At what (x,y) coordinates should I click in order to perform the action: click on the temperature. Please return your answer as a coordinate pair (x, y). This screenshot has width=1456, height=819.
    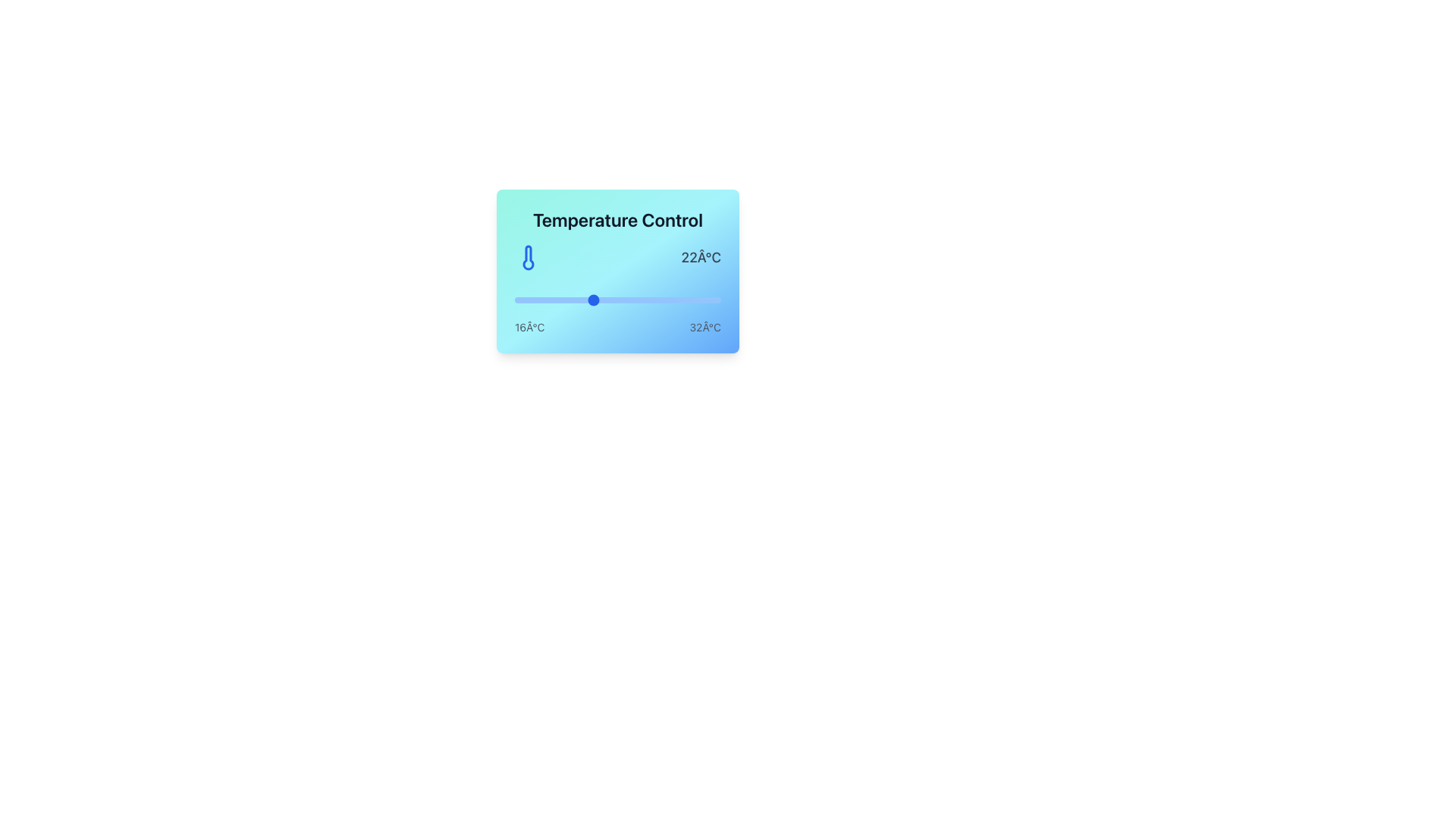
    Looking at the image, I should click on (694, 300).